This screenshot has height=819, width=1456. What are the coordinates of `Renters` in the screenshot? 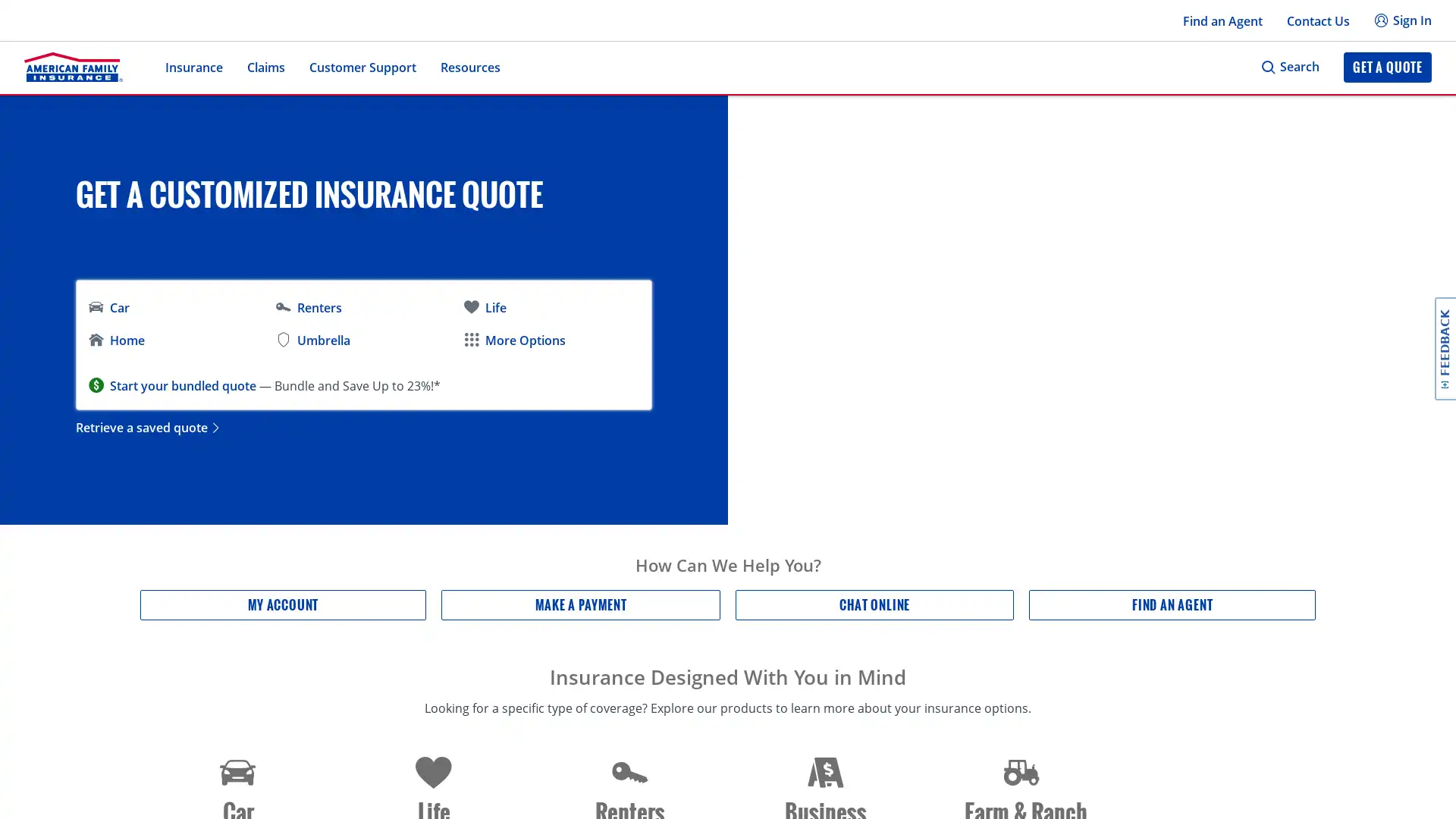 It's located at (308, 307).